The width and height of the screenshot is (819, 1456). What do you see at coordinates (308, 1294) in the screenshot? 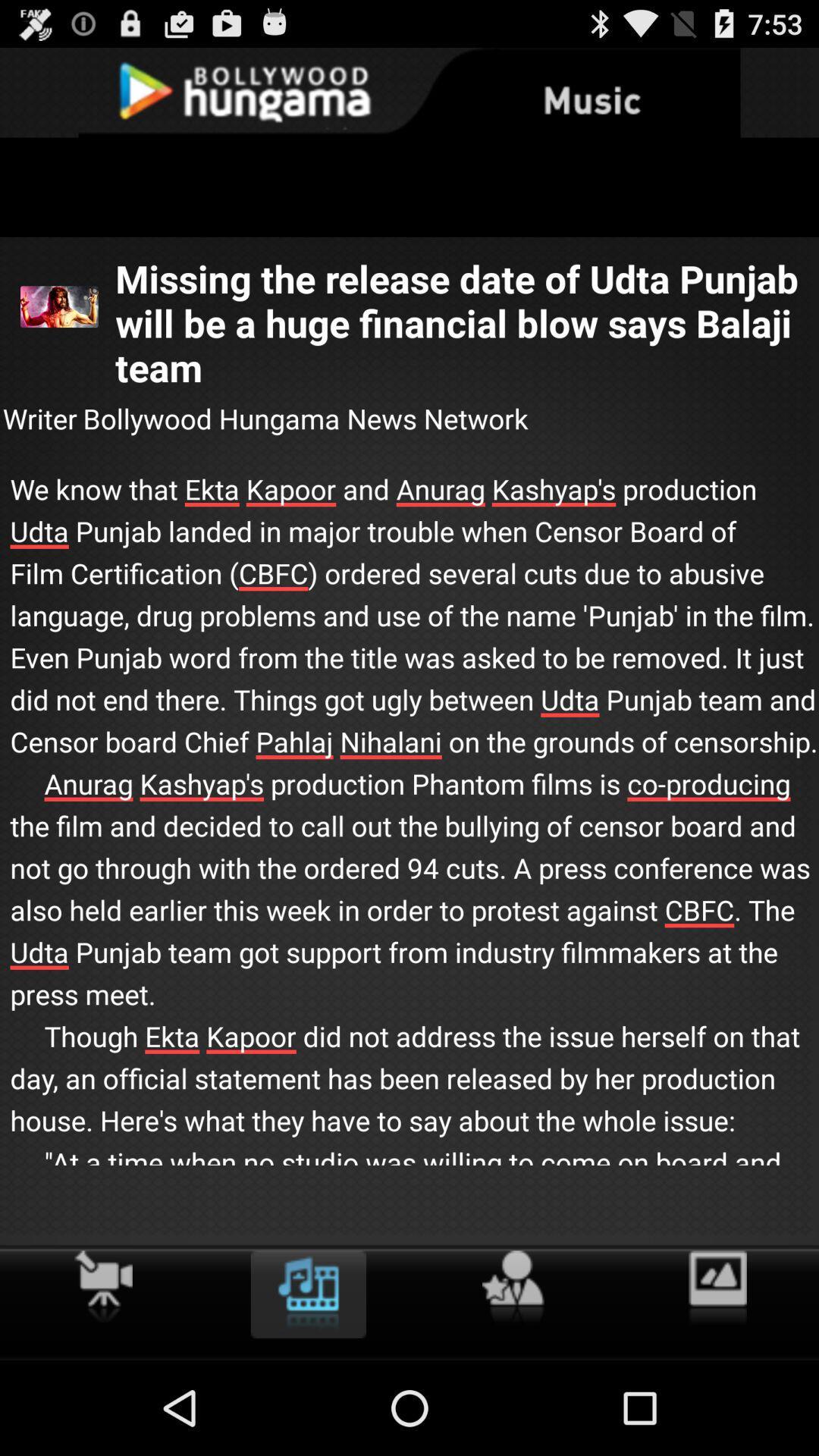
I see `the music icon placed at bottom second option` at bounding box center [308, 1294].